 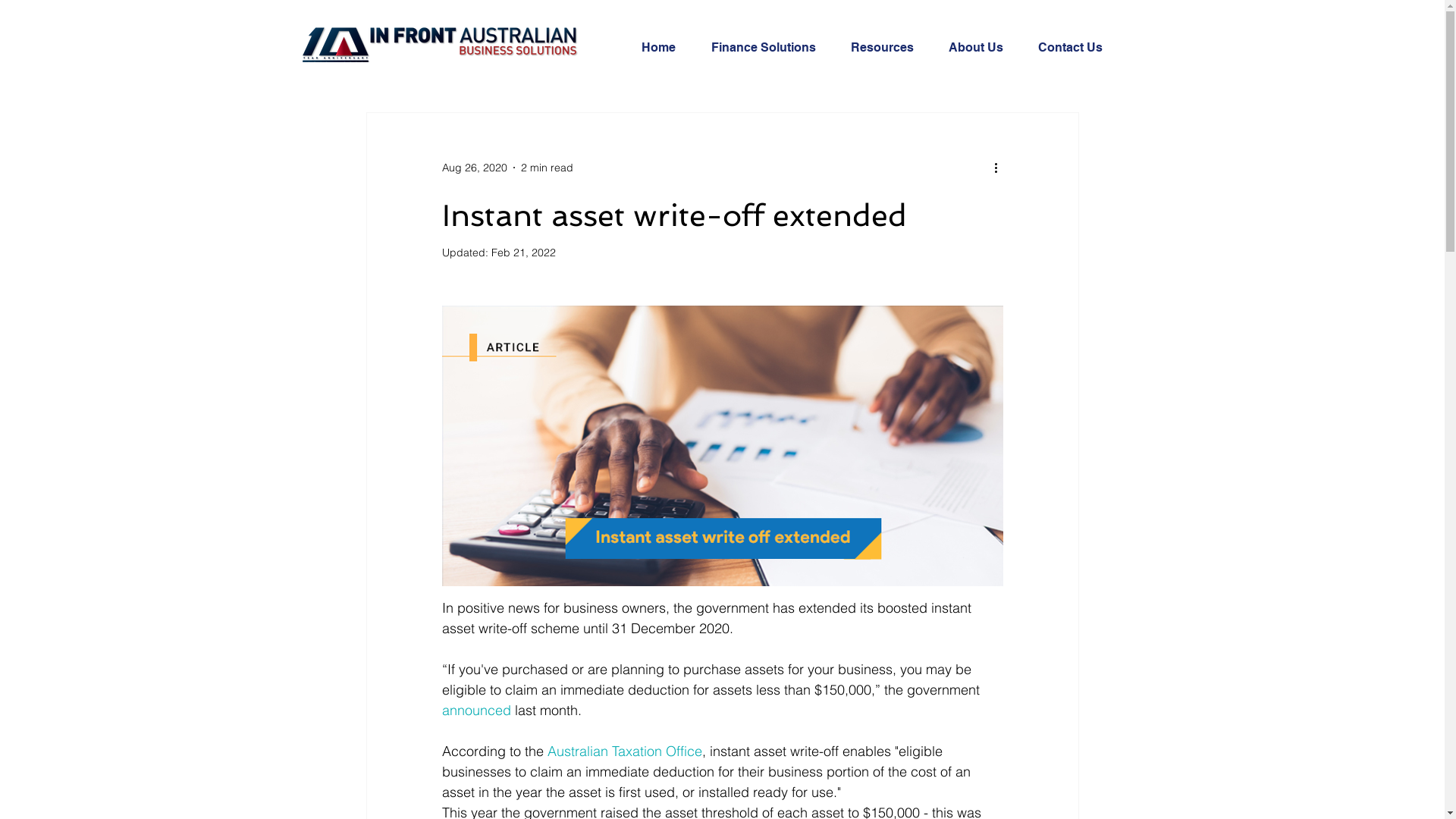 What do you see at coordinates (475, 710) in the screenshot?
I see `'announced'` at bounding box center [475, 710].